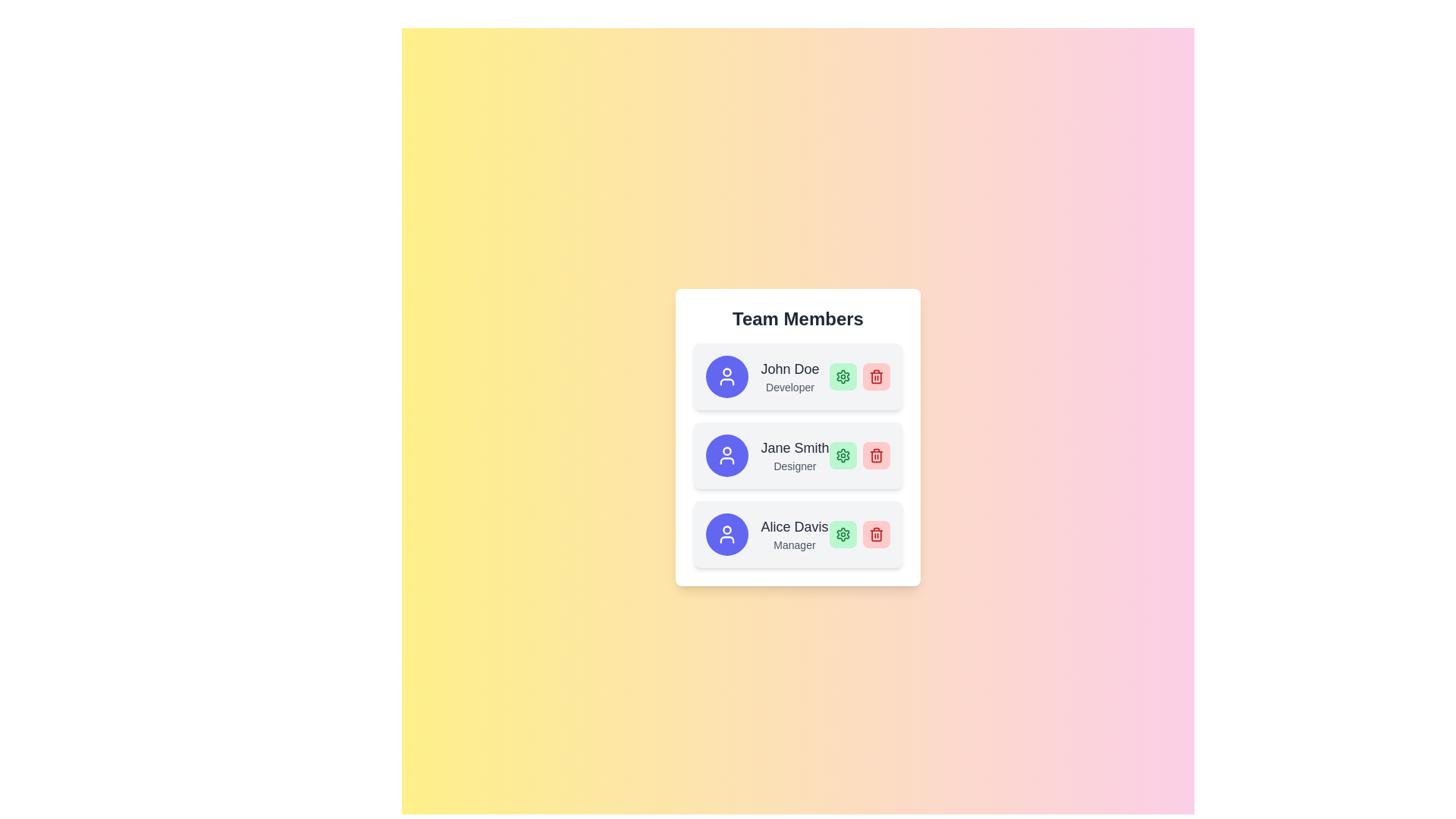 The width and height of the screenshot is (1456, 819). Describe the element at coordinates (767, 534) in the screenshot. I see `the user name 'Alice Davis' in the User profile display component for actions` at that location.